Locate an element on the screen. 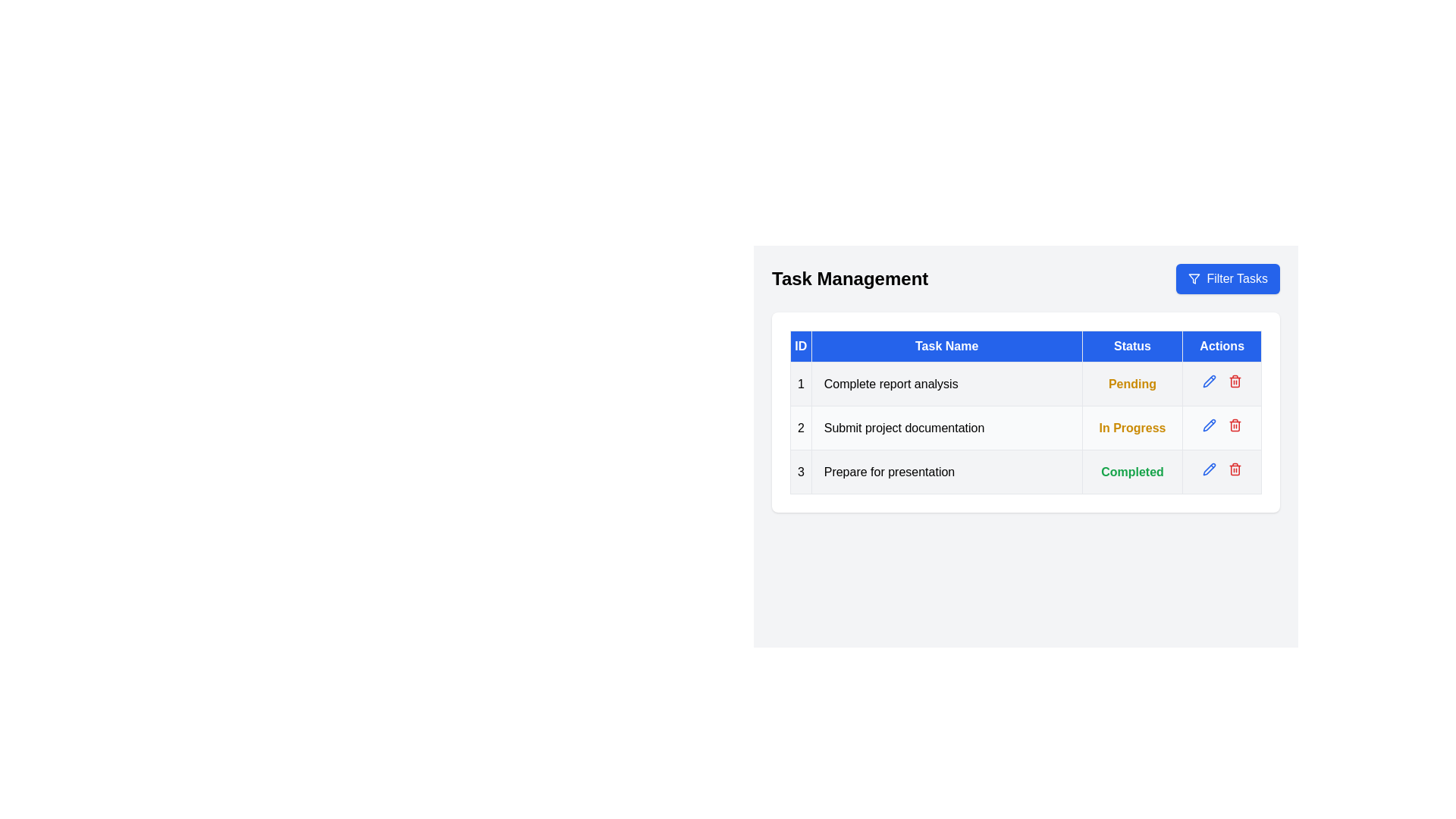 The width and height of the screenshot is (1456, 819). 'Filter Tasks' button to filter the tasks is located at coordinates (1228, 278).